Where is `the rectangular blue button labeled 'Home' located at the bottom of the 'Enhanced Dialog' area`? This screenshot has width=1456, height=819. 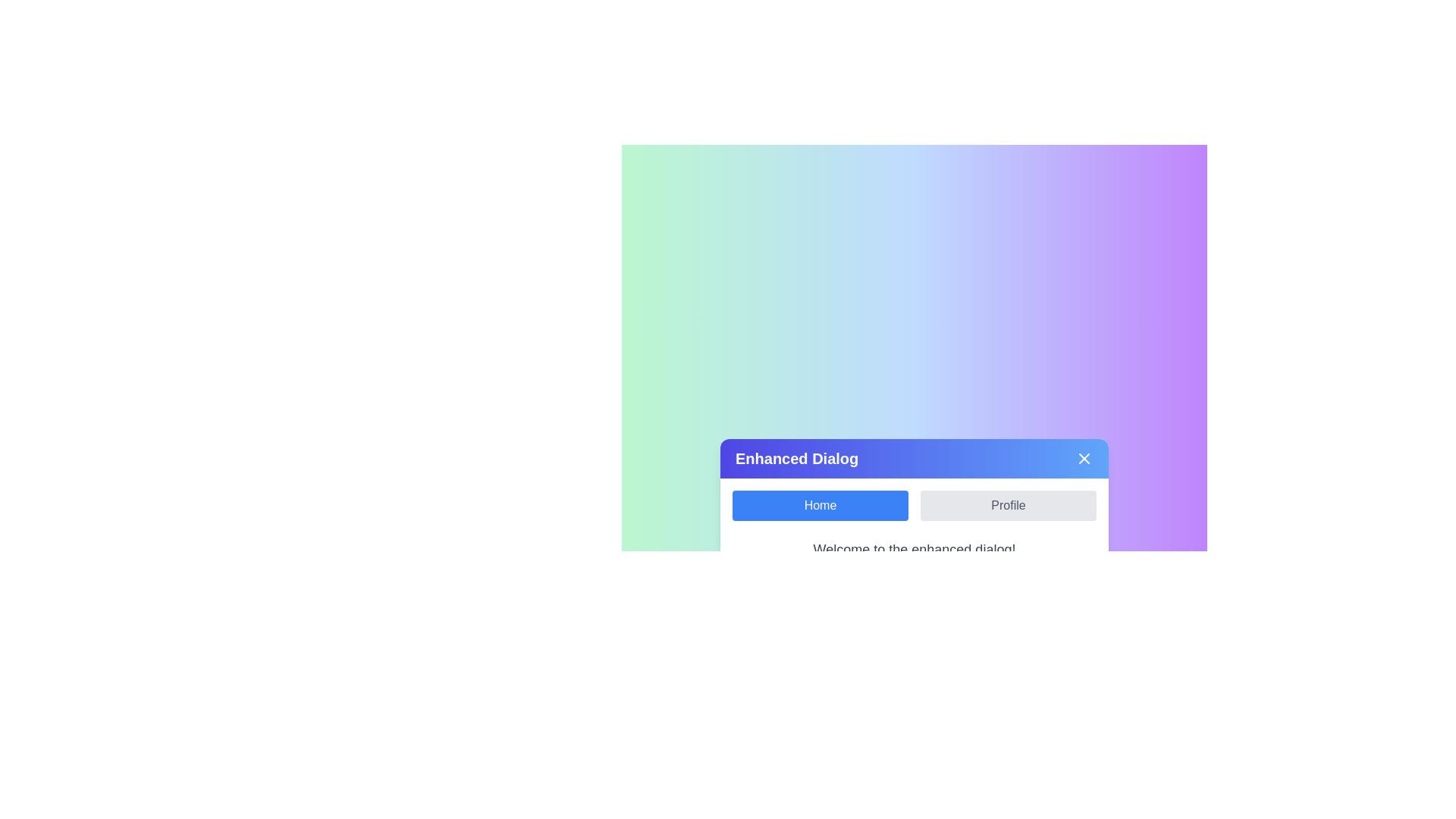
the rectangular blue button labeled 'Home' located at the bottom of the 'Enhanced Dialog' area is located at coordinates (819, 506).